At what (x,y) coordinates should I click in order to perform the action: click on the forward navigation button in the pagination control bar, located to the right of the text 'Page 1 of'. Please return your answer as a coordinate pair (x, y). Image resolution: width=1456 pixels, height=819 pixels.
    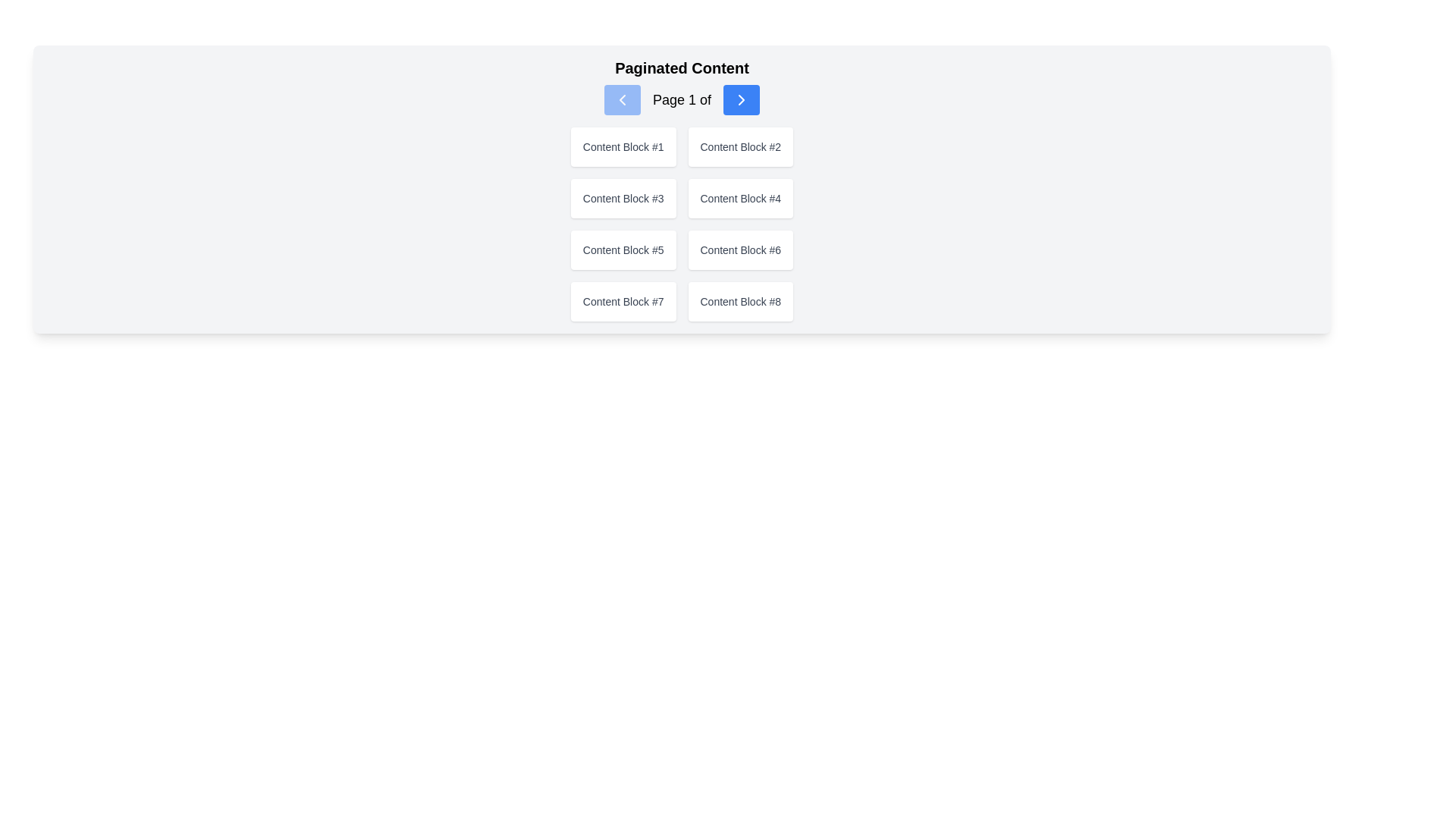
    Looking at the image, I should click on (742, 99).